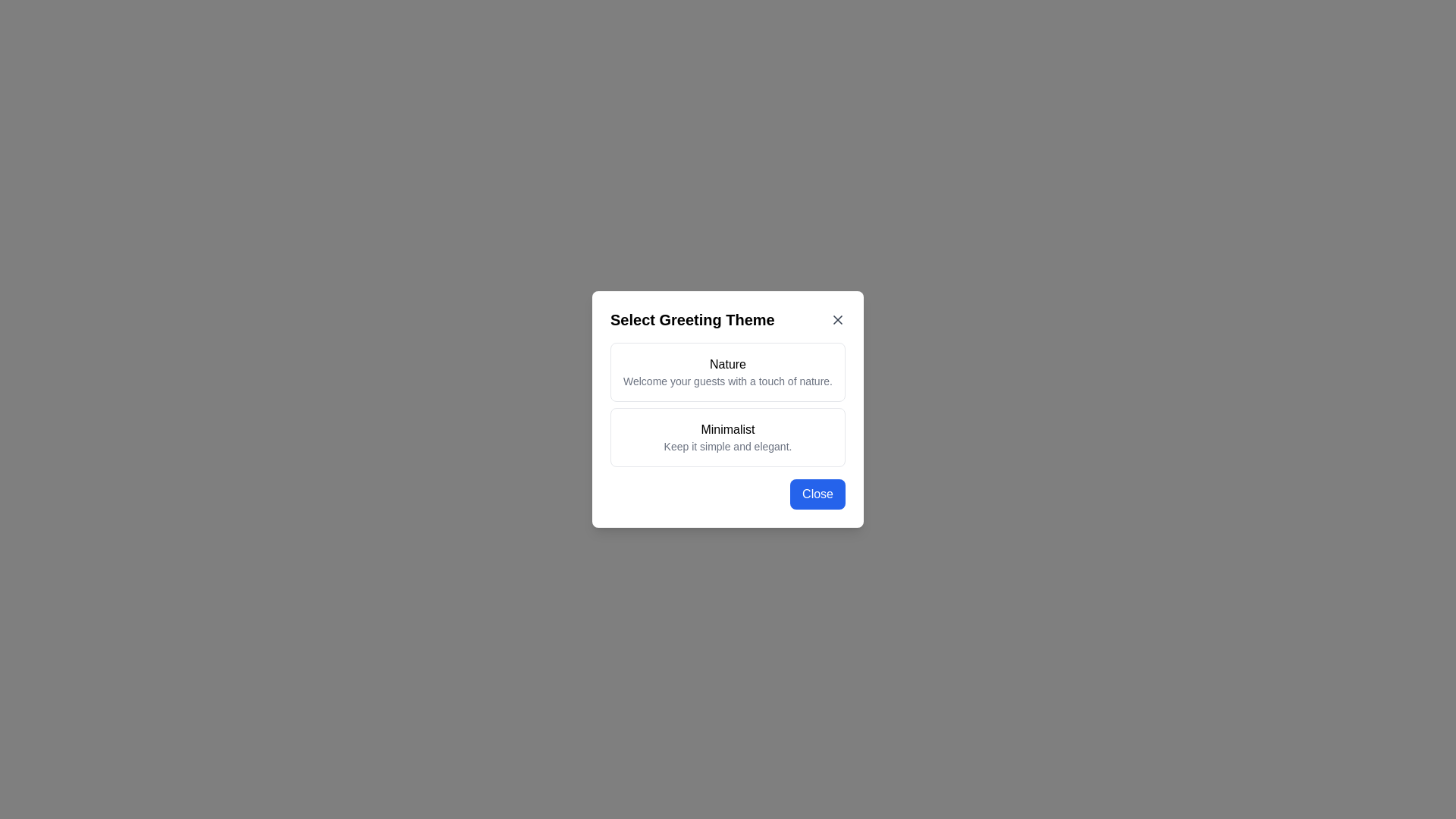 The image size is (1456, 819). I want to click on title 'Select Greeting Theme' from the Header at the top of the modal box to understand its purpose, so click(728, 318).